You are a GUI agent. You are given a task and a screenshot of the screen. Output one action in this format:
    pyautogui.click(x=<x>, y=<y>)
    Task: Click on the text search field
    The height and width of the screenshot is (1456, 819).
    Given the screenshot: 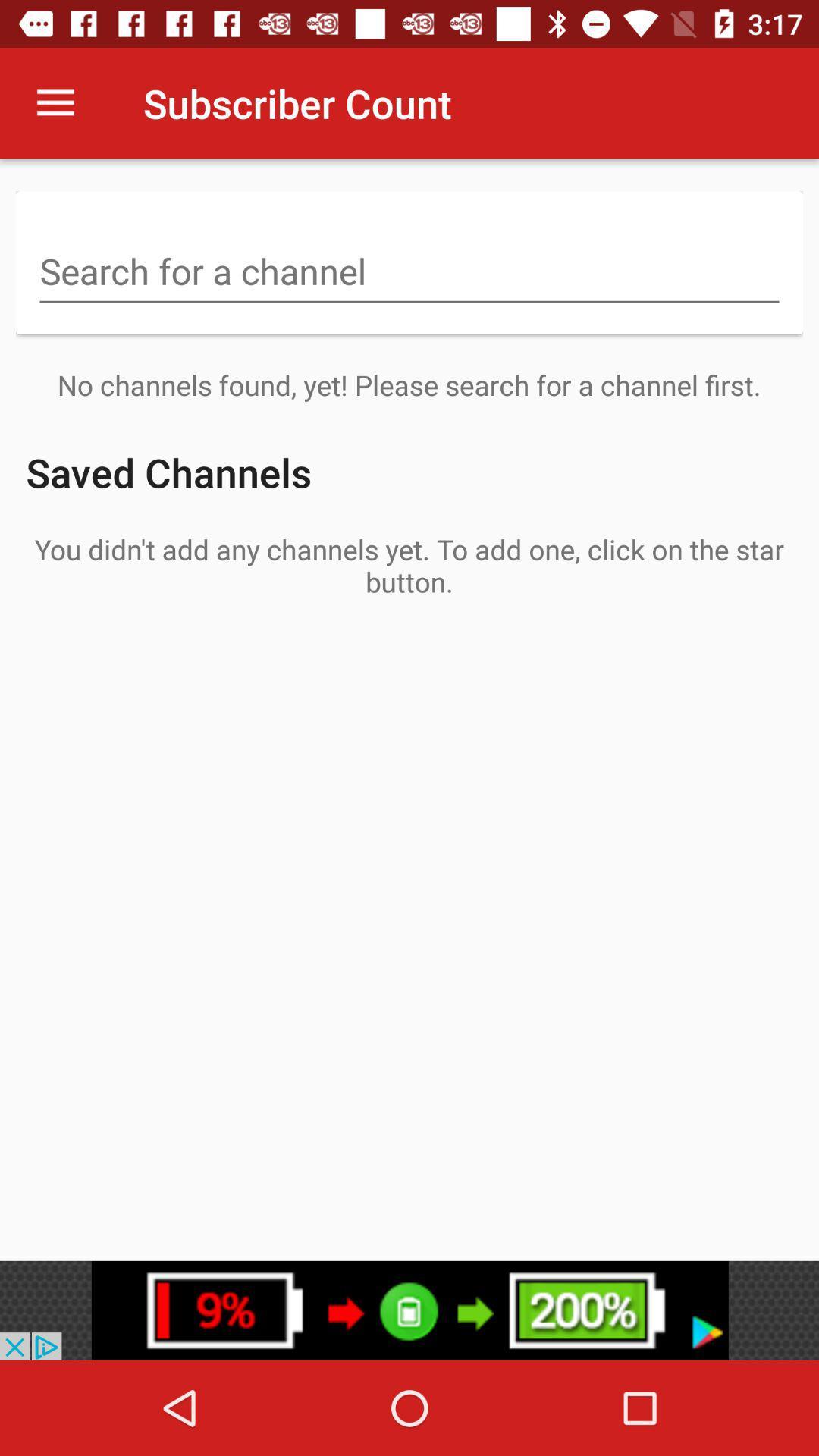 What is the action you would take?
    pyautogui.click(x=409, y=273)
    